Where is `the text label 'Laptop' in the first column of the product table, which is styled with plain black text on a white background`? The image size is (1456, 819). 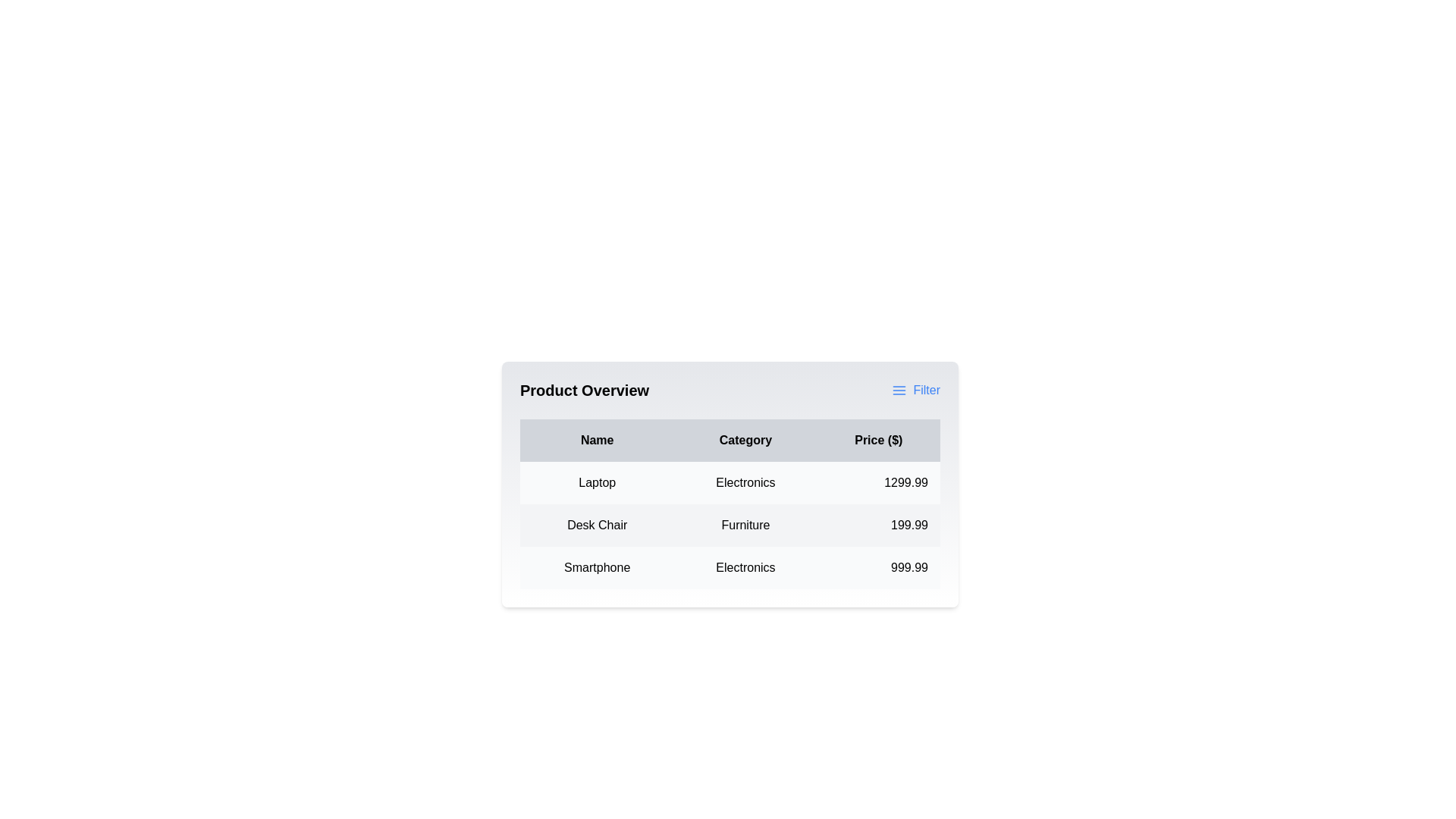 the text label 'Laptop' in the first column of the product table, which is styled with plain black text on a white background is located at coordinates (596, 482).